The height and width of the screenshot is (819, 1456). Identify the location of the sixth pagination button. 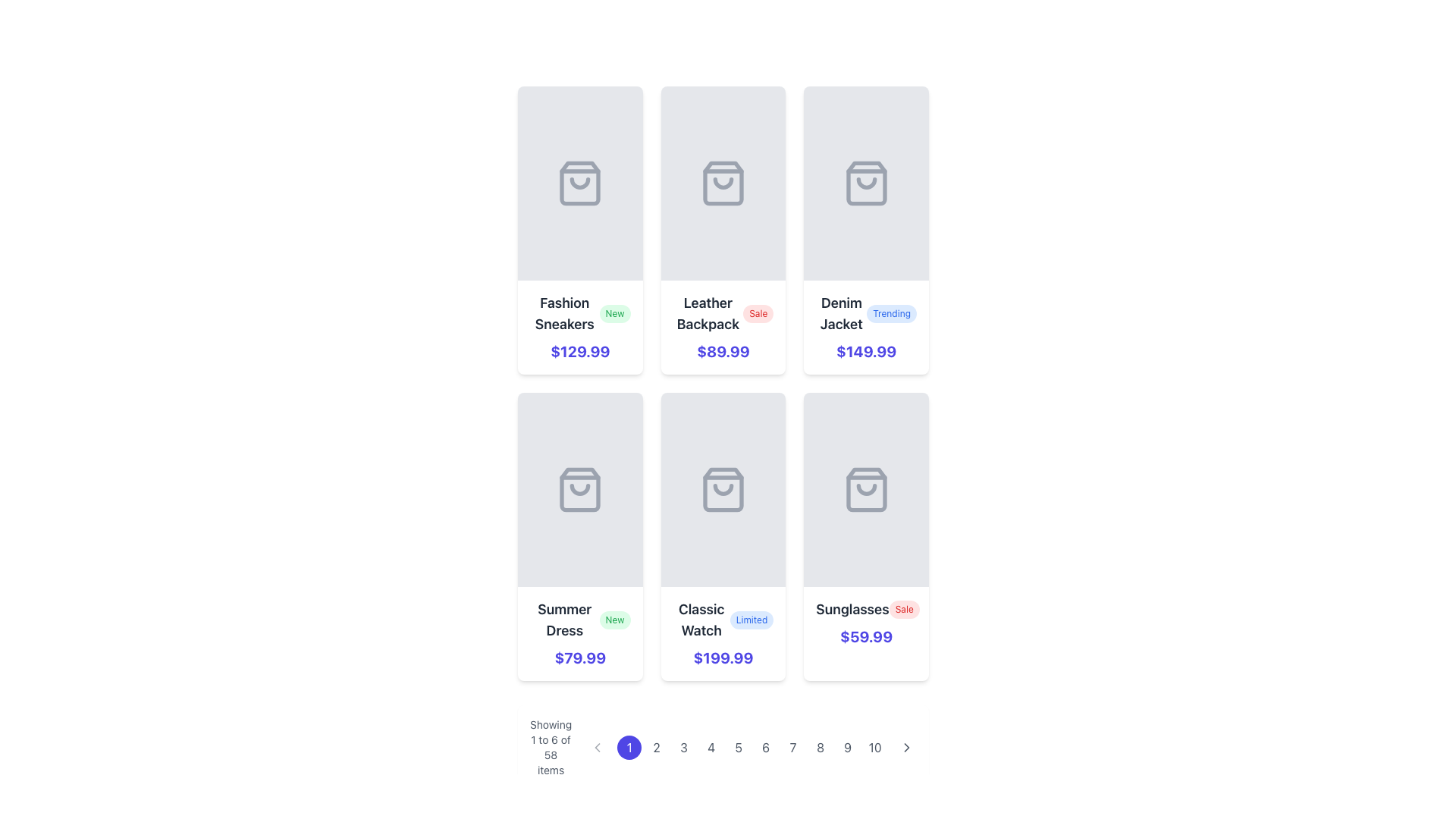
(765, 747).